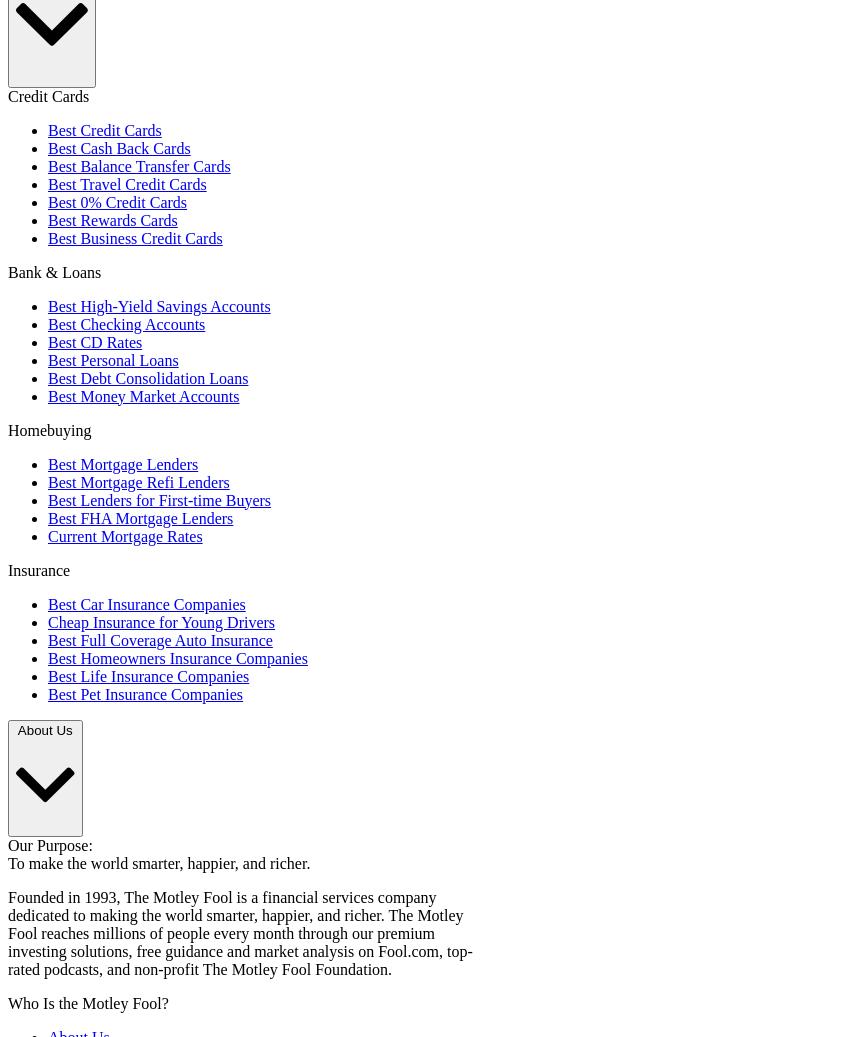 Image resolution: width=851 pixels, height=1037 pixels. I want to click on 'Best Lenders for First-time Buyers', so click(158, 498).